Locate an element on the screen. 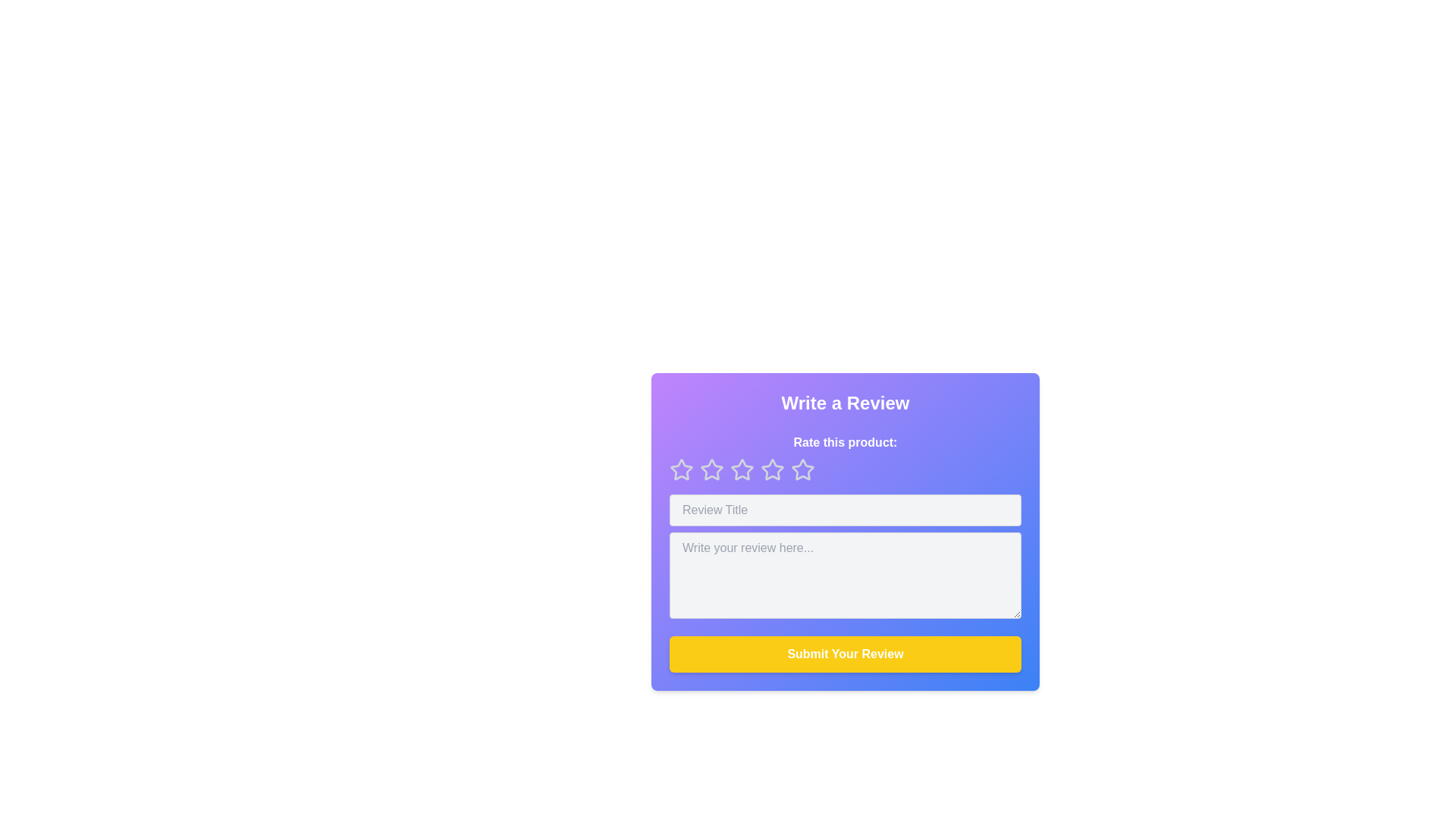  the hollow star icon with a gray stroke on a purple background, which is the third star in the rating system is located at coordinates (771, 468).